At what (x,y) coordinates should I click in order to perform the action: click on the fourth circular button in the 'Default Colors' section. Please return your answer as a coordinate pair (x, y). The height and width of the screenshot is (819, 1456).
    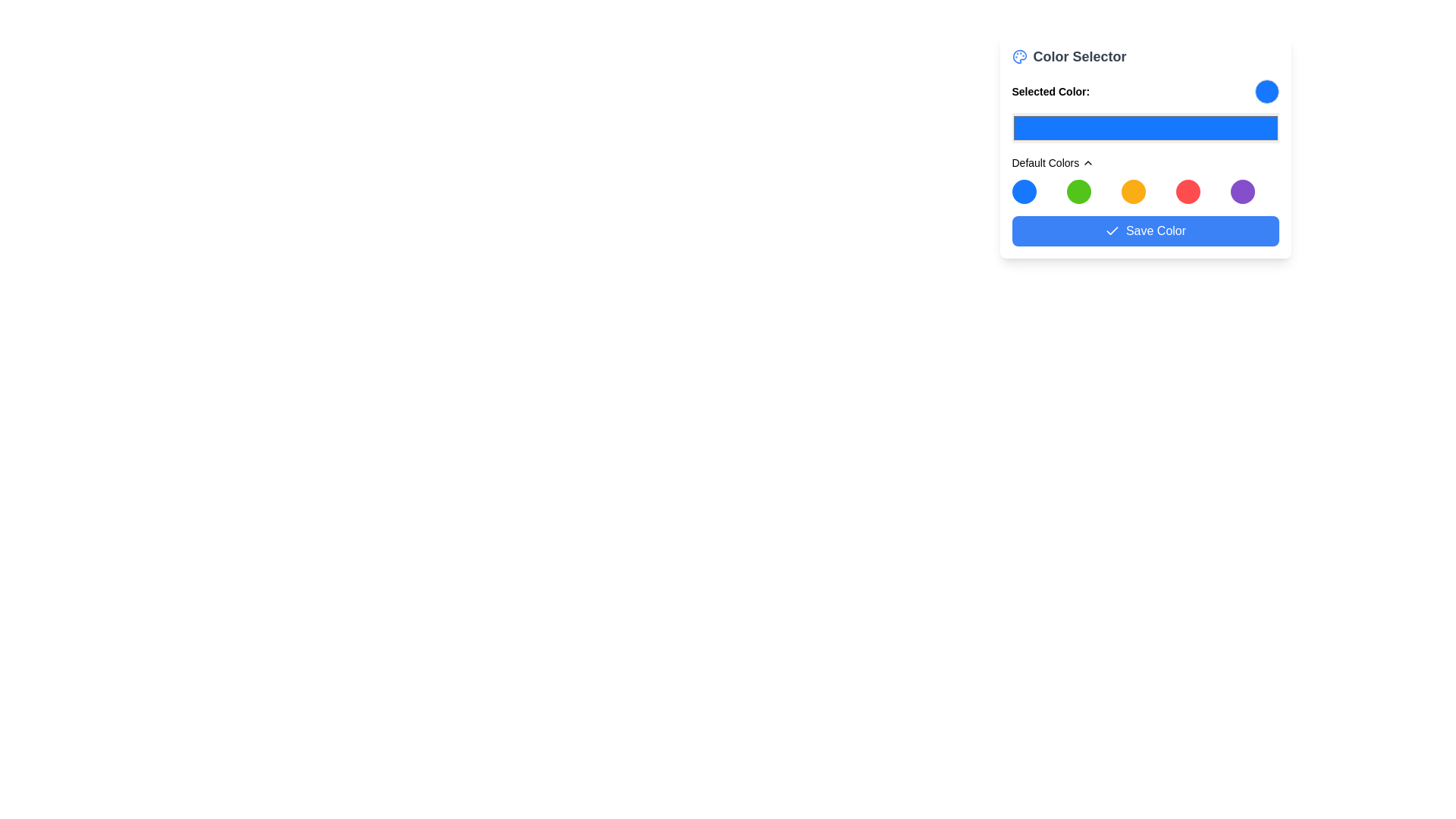
    Looking at the image, I should click on (1187, 191).